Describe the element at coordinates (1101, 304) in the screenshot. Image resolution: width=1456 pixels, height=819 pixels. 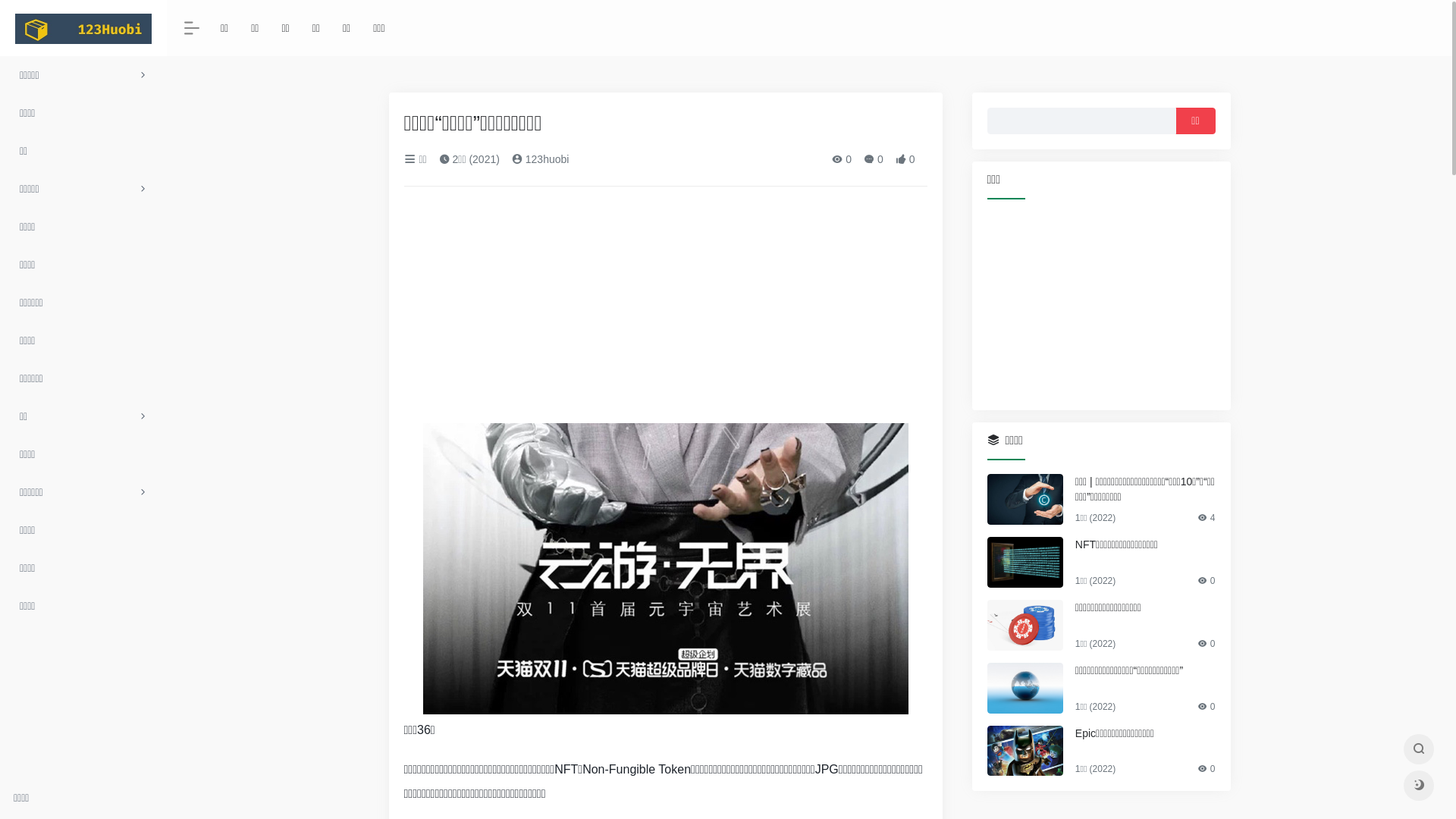
I see `'Advertisement'` at that location.